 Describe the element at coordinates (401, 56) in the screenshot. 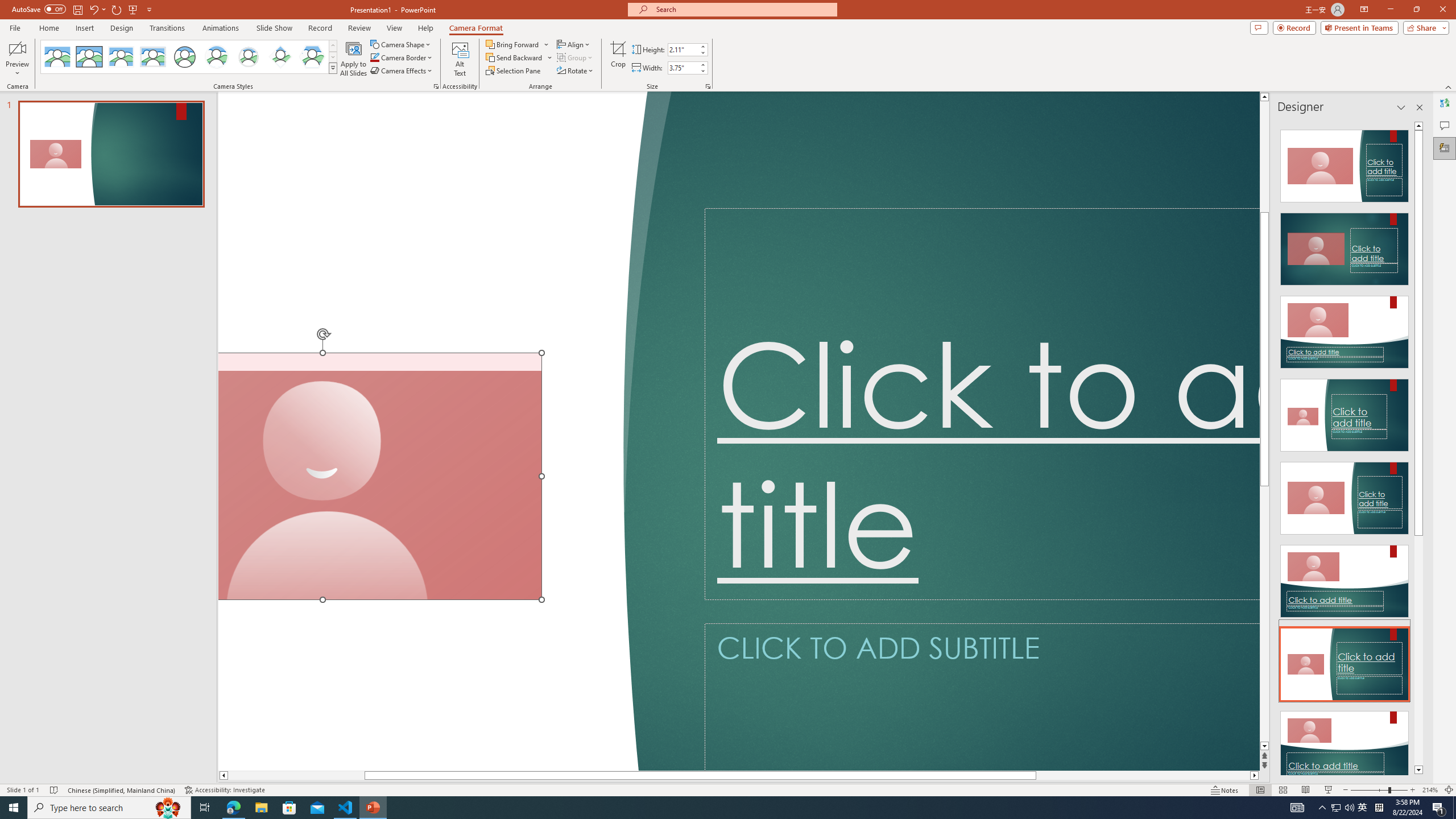

I see `'Camera Border'` at that location.